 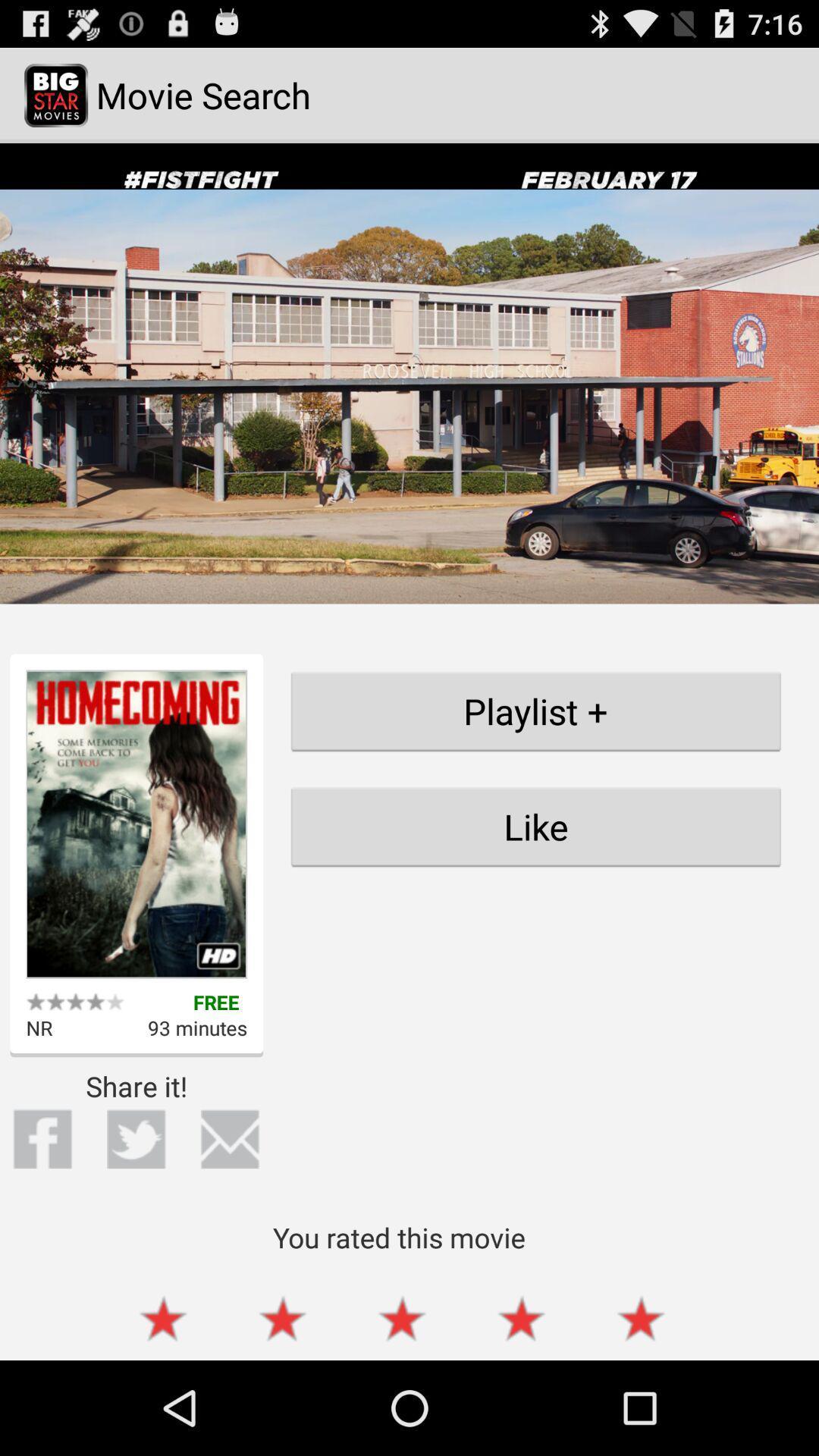 What do you see at coordinates (160, 1411) in the screenshot?
I see `the star icon` at bounding box center [160, 1411].